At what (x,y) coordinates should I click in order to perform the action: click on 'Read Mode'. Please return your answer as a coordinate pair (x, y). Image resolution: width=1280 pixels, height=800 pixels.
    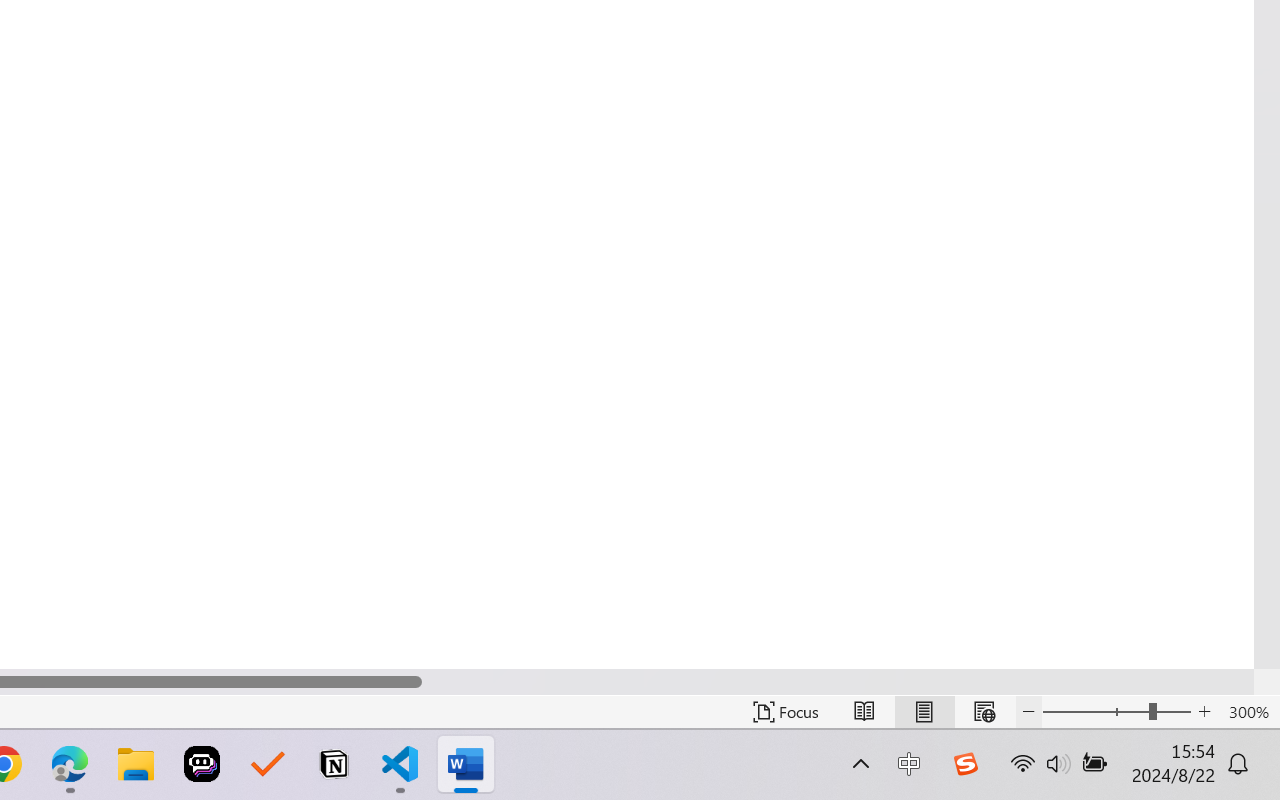
    Looking at the image, I should click on (864, 711).